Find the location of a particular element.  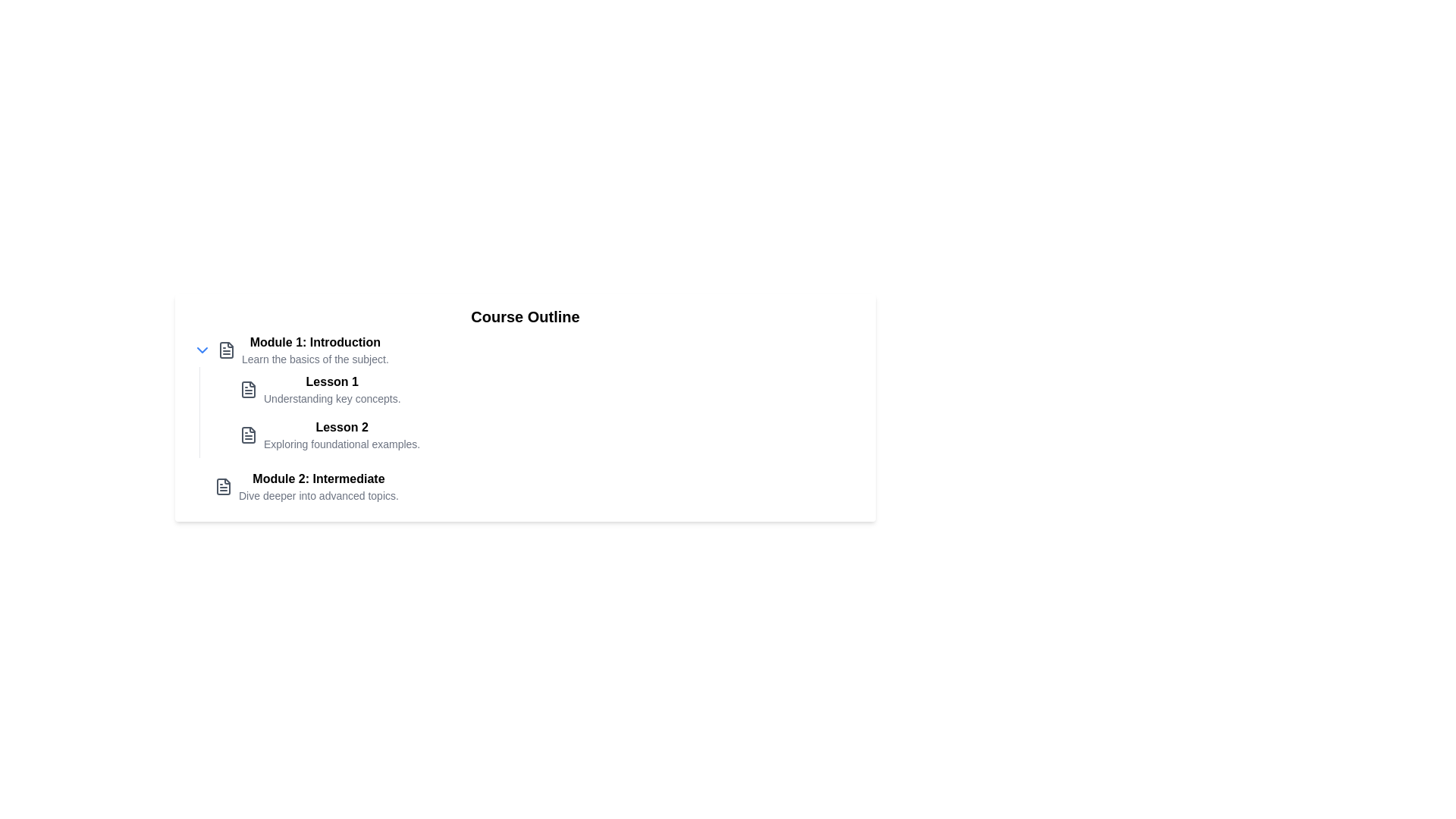

the text label titled 'Module 1: Introduction' is located at coordinates (314, 342).